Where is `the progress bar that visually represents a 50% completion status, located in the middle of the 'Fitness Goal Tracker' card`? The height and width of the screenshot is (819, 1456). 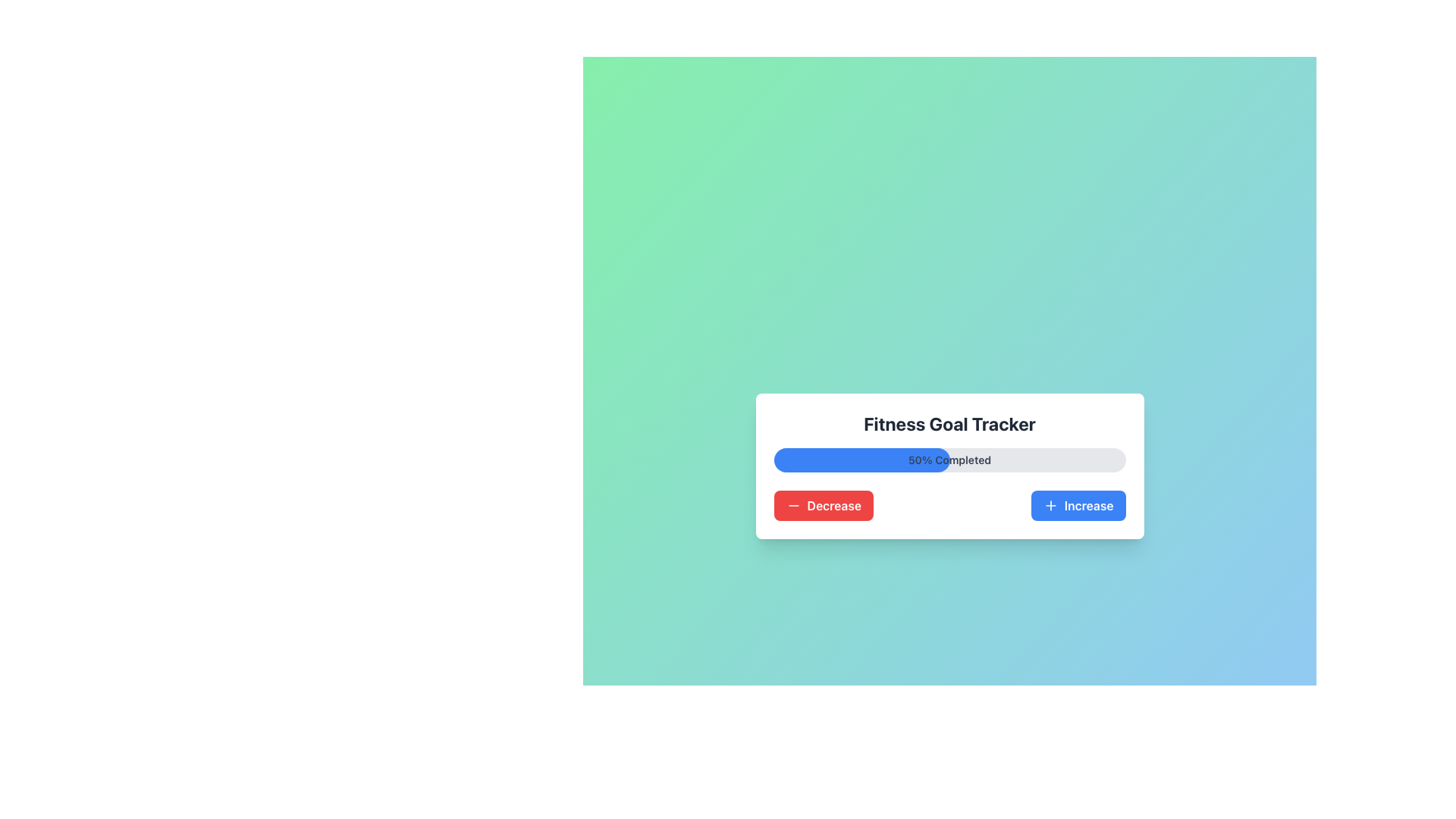 the progress bar that visually represents a 50% completion status, located in the middle of the 'Fitness Goal Tracker' card is located at coordinates (949, 459).